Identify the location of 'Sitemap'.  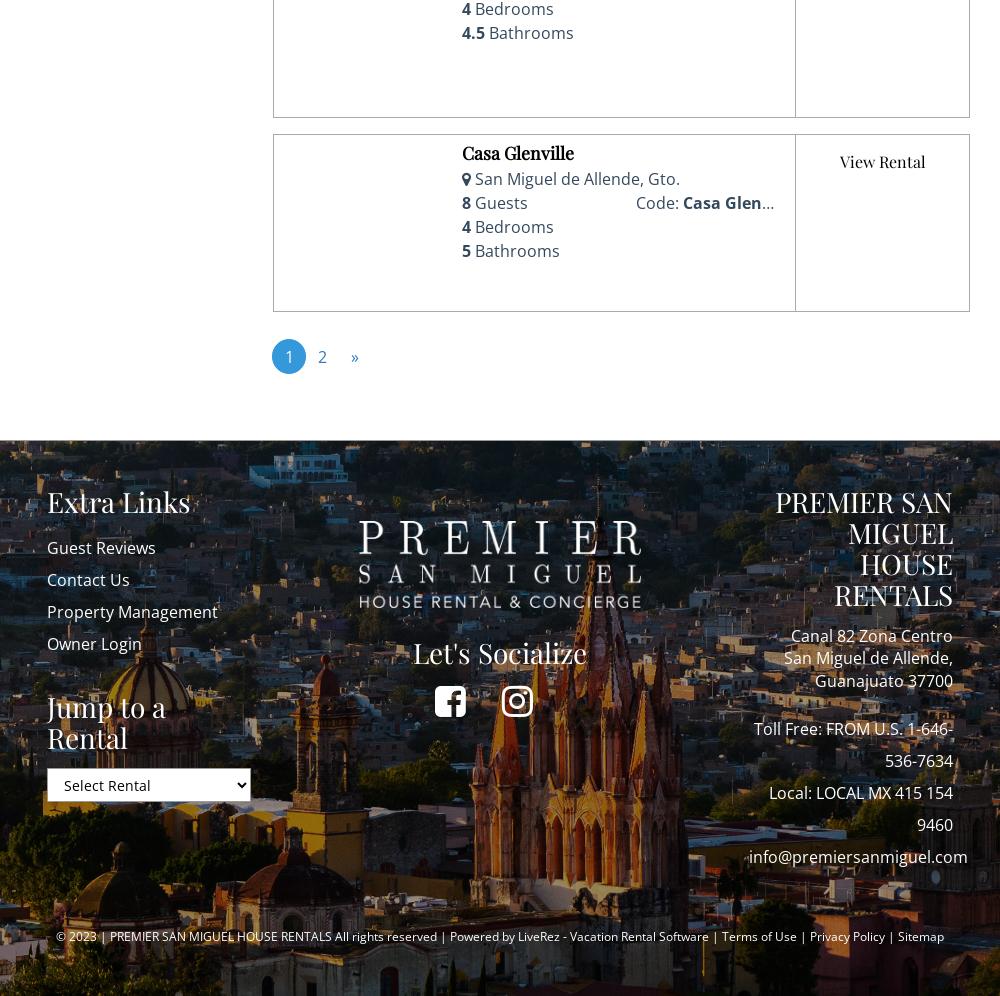
(898, 936).